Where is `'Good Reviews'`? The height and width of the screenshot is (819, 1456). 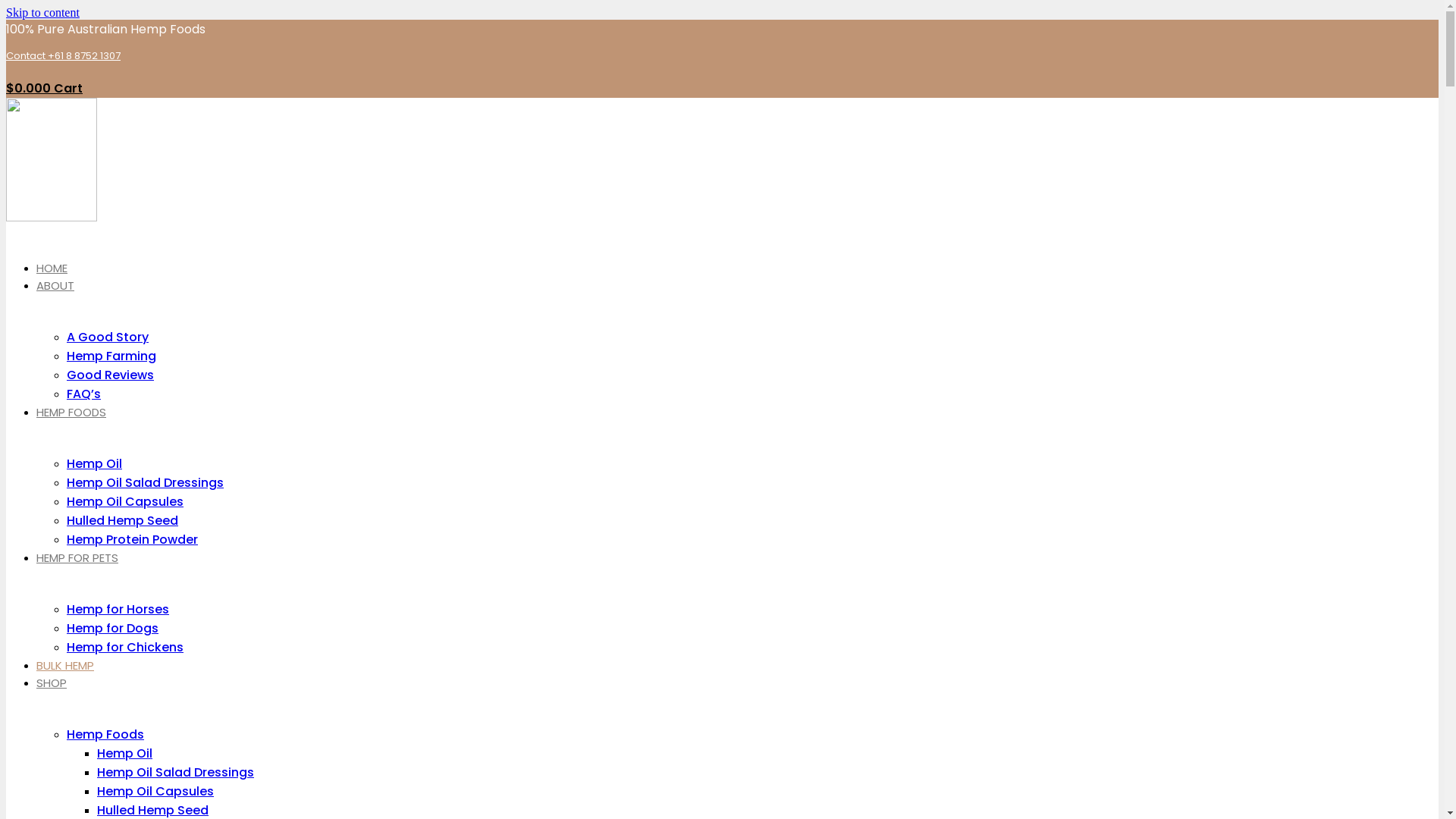 'Good Reviews' is located at coordinates (65, 375).